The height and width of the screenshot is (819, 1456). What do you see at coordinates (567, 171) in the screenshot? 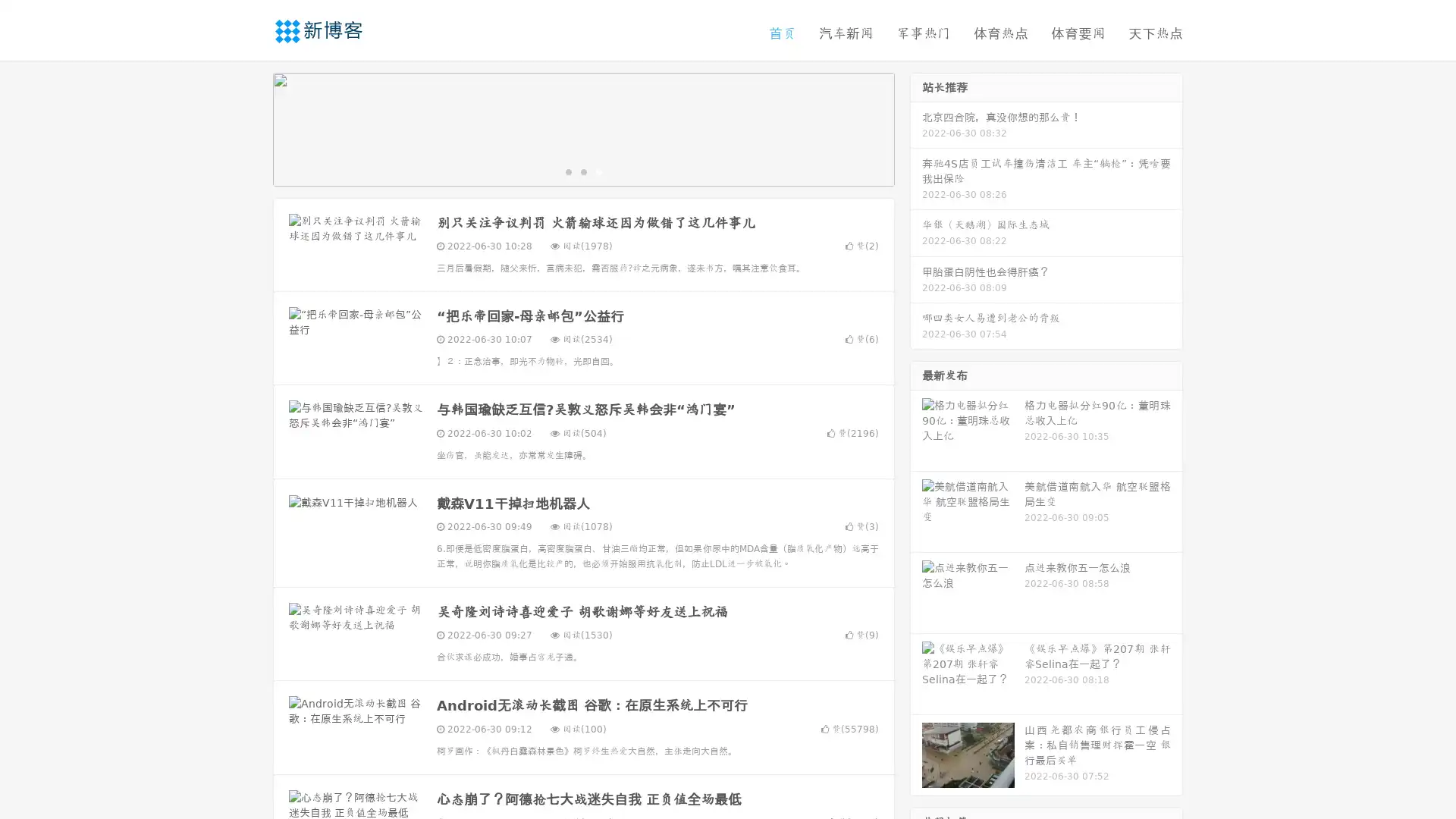
I see `Go to slide 1` at bounding box center [567, 171].